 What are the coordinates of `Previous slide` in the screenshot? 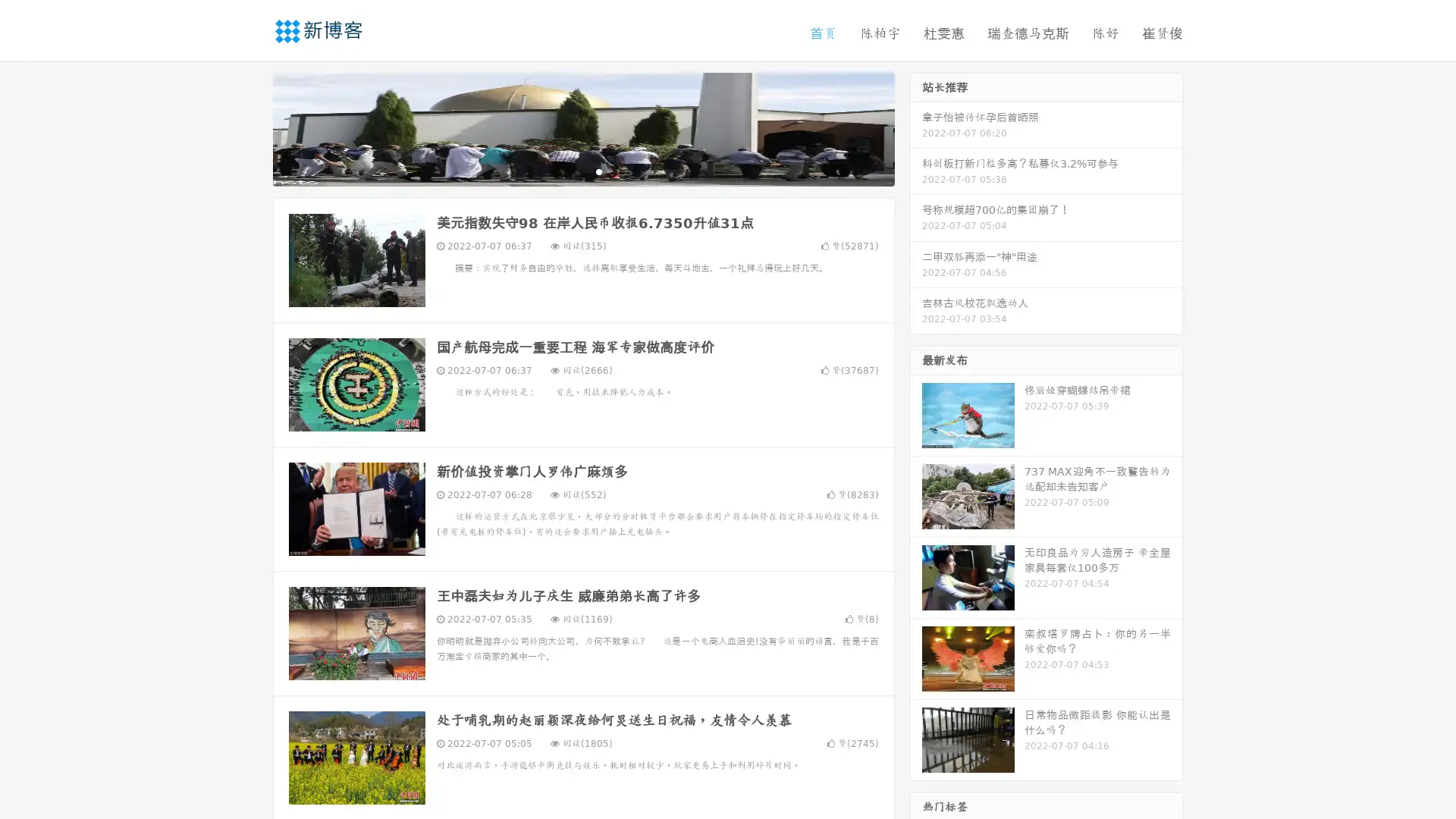 It's located at (250, 127).